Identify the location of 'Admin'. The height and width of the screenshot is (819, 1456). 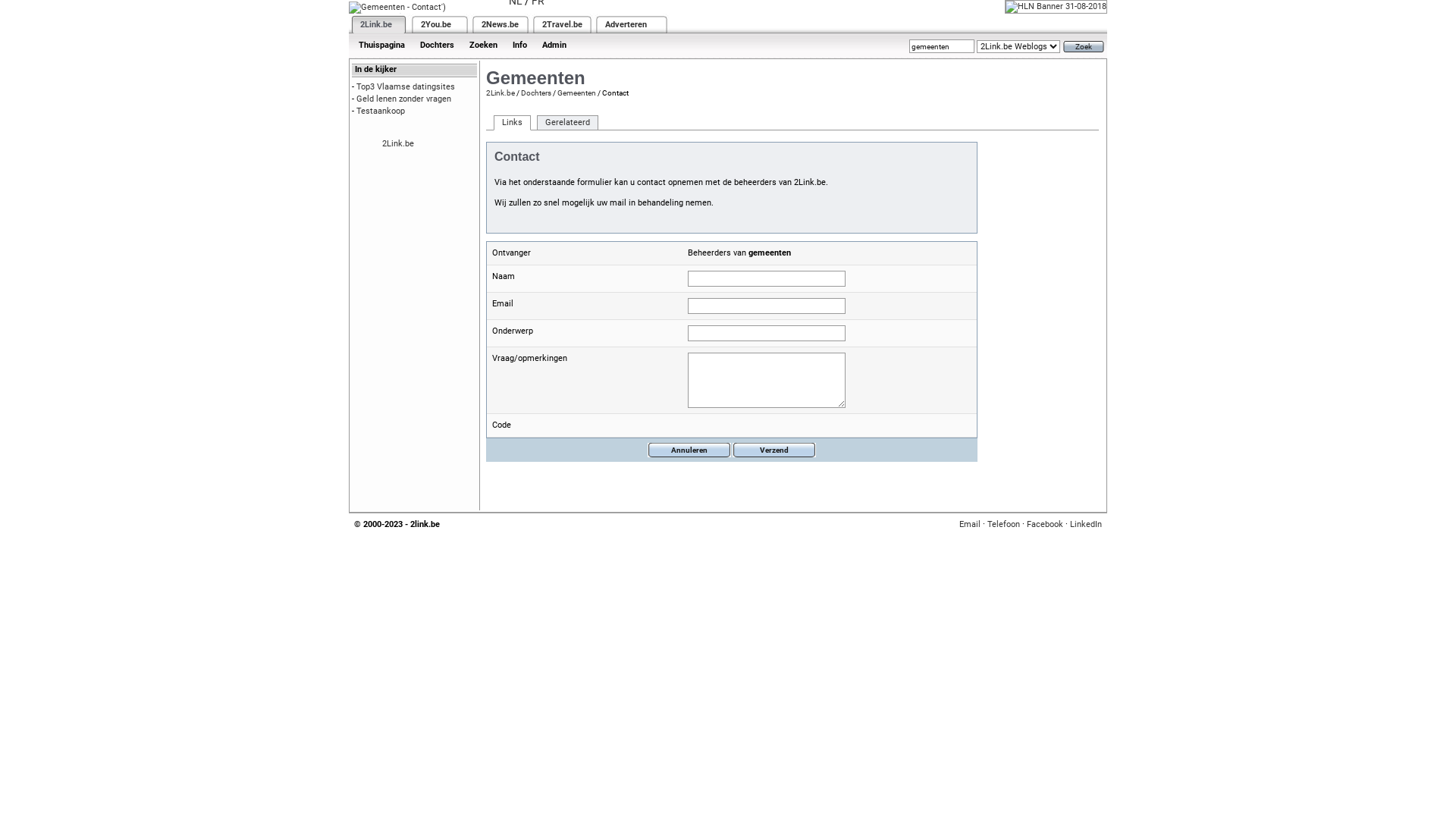
(535, 44).